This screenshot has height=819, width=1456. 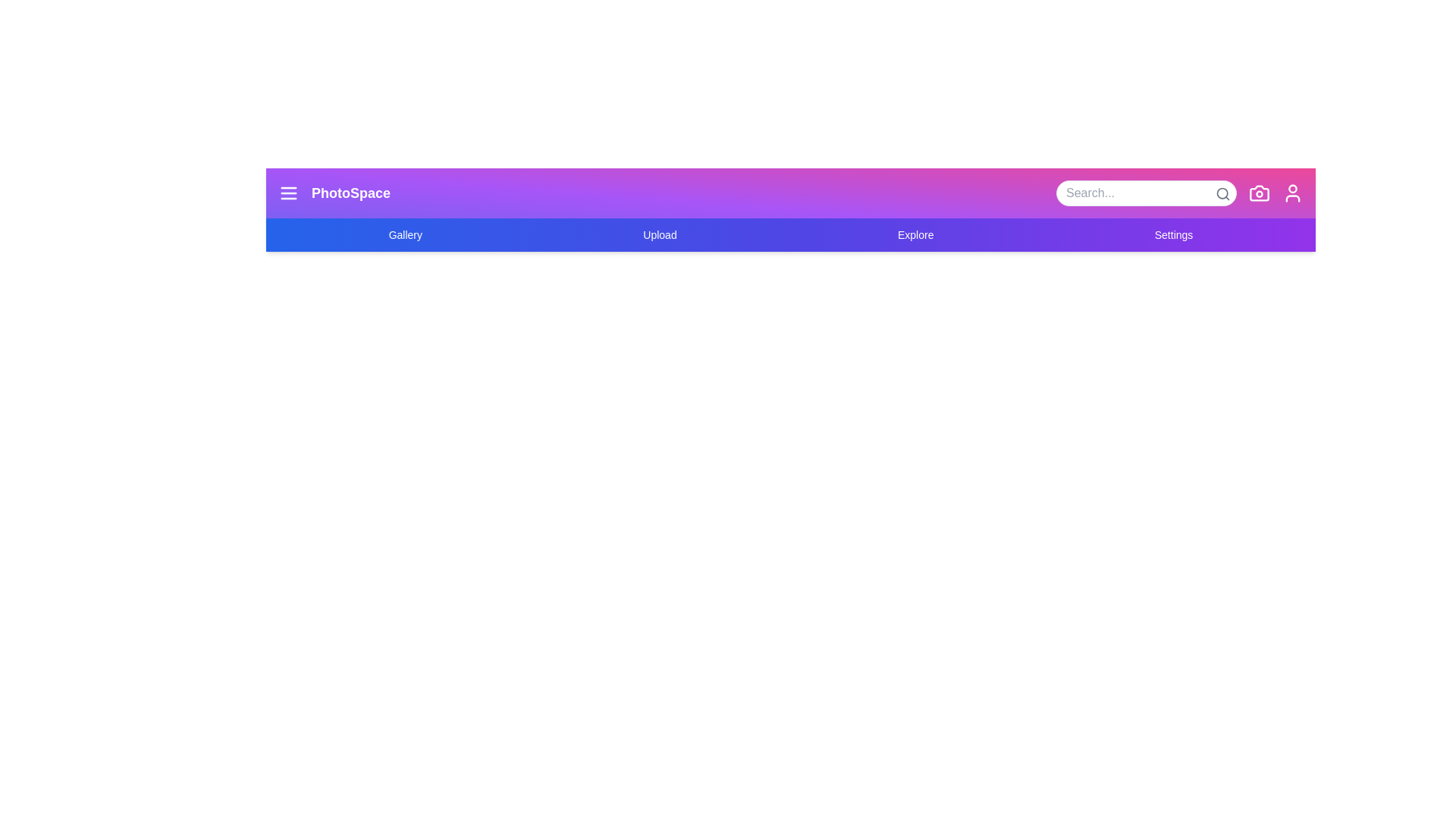 I want to click on the navigation link Settings, so click(x=1173, y=234).